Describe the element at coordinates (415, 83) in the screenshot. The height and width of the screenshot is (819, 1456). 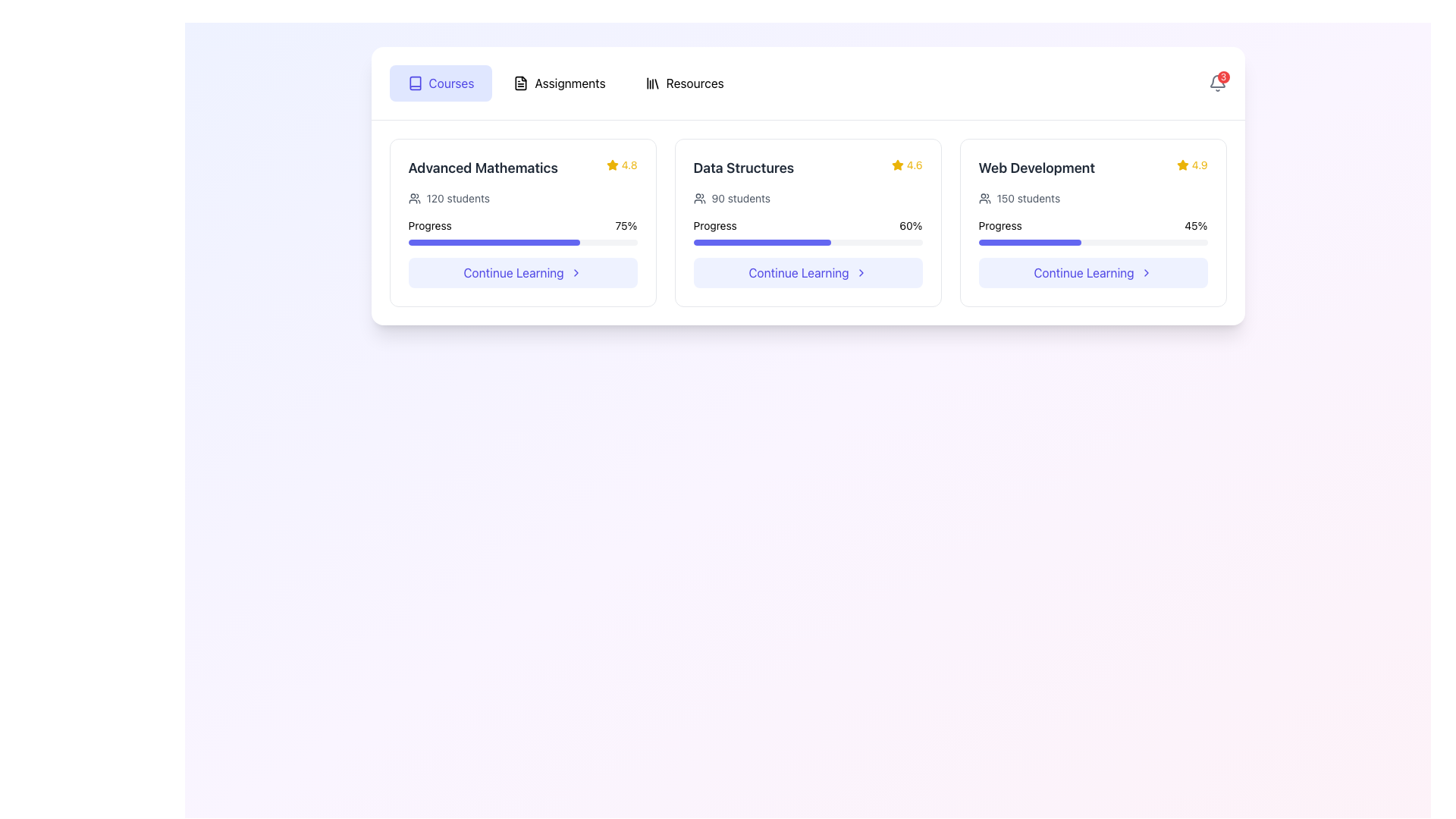
I see `the decorative SVG icon representing 'Courses' located inside the button labeled 'Courses', positioned to the left of the text label` at that location.